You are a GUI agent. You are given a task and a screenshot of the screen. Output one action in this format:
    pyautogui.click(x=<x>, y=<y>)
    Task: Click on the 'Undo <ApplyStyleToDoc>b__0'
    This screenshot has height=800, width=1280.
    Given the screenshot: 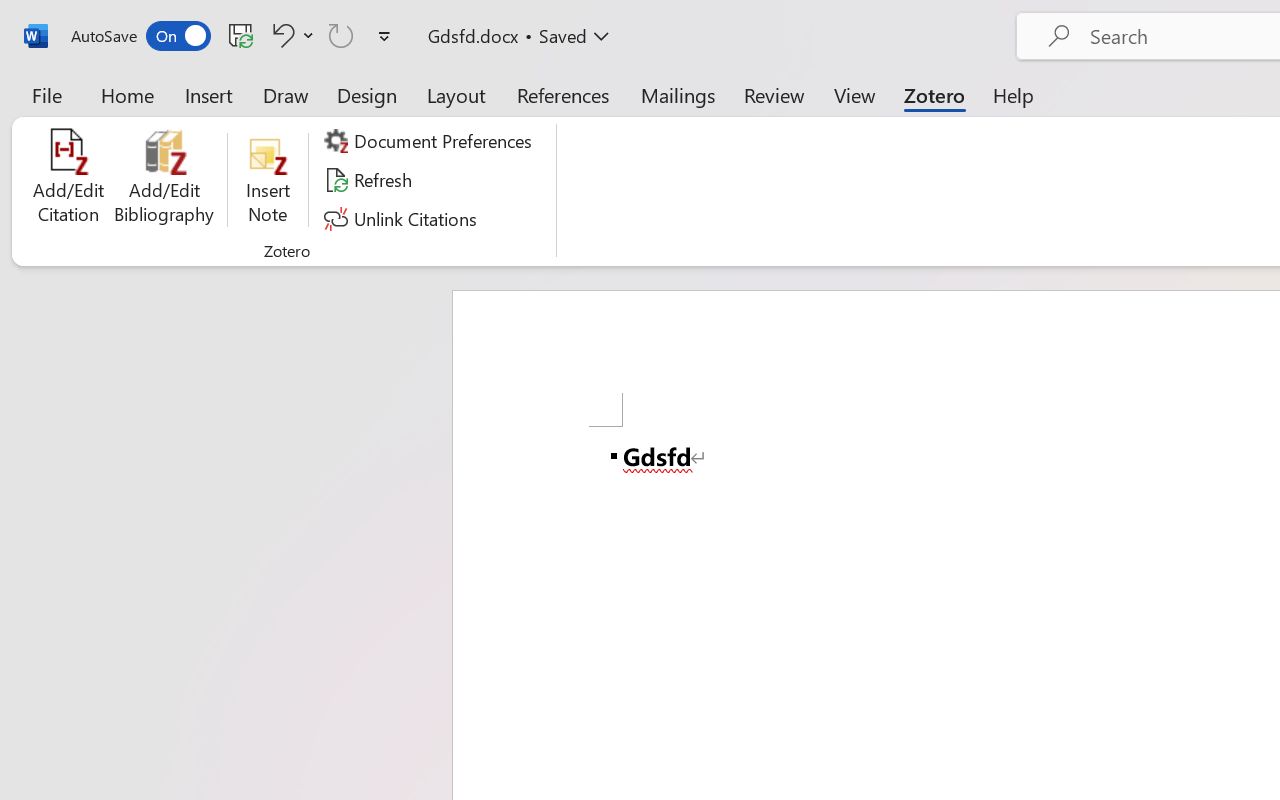 What is the action you would take?
    pyautogui.click(x=279, y=34)
    